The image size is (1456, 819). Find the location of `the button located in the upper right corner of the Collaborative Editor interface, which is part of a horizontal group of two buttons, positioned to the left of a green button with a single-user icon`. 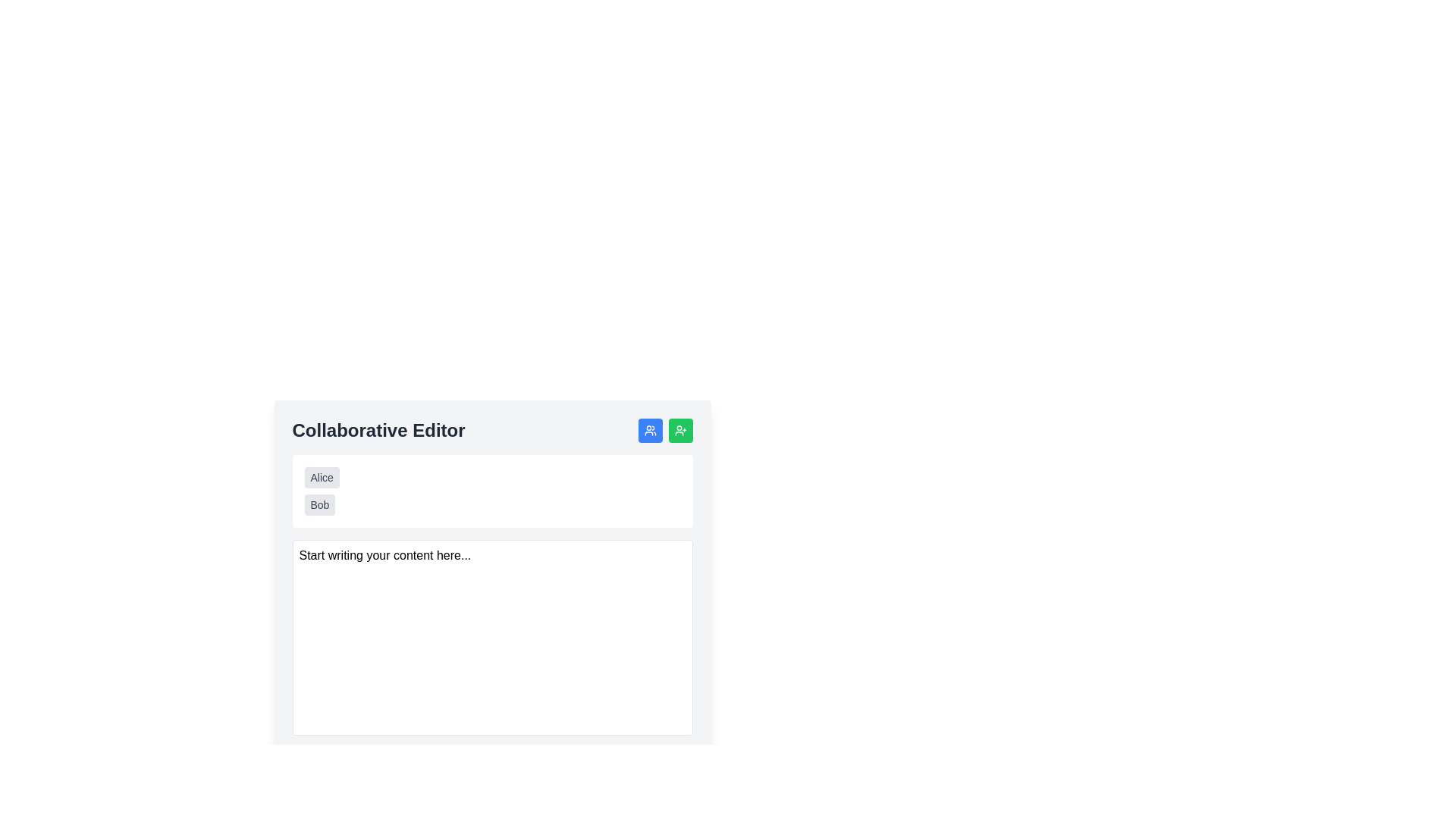

the button located in the upper right corner of the Collaborative Editor interface, which is part of a horizontal group of two buttons, positioned to the left of a green button with a single-user icon is located at coordinates (650, 430).